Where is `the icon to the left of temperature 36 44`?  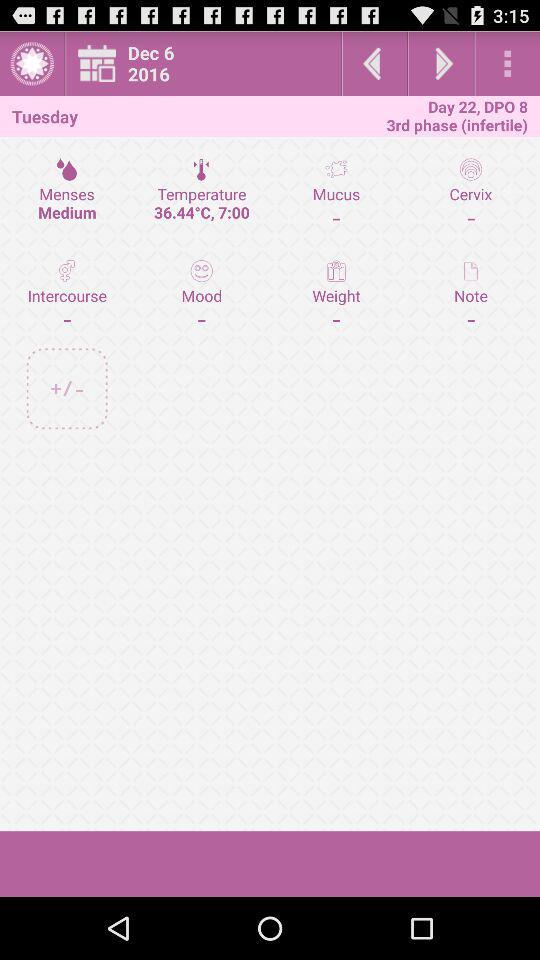 the icon to the left of temperature 36 44 is located at coordinates (67, 293).